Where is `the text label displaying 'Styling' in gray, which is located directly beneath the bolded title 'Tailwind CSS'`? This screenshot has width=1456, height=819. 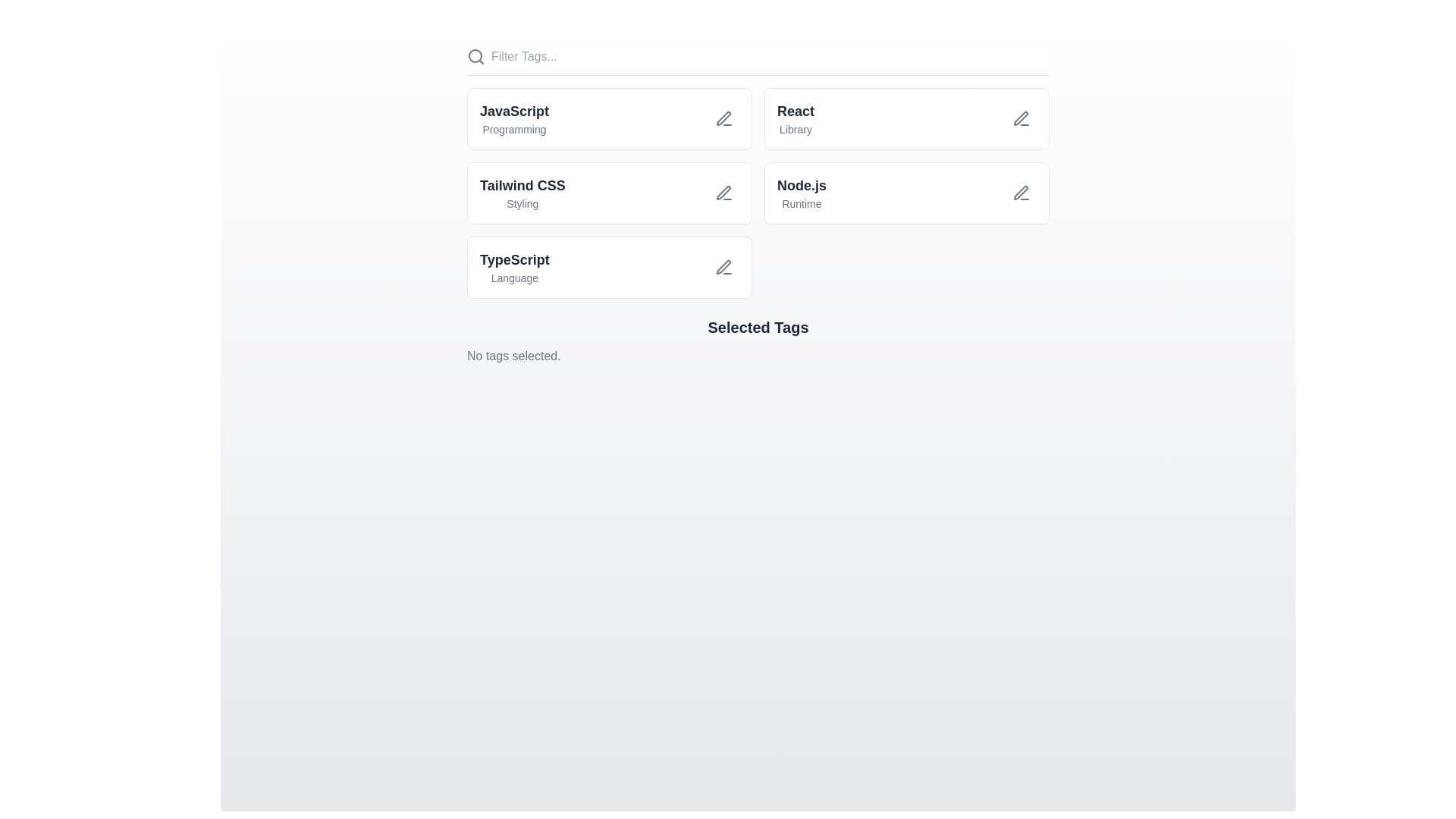
the text label displaying 'Styling' in gray, which is located directly beneath the bolded title 'Tailwind CSS' is located at coordinates (522, 203).